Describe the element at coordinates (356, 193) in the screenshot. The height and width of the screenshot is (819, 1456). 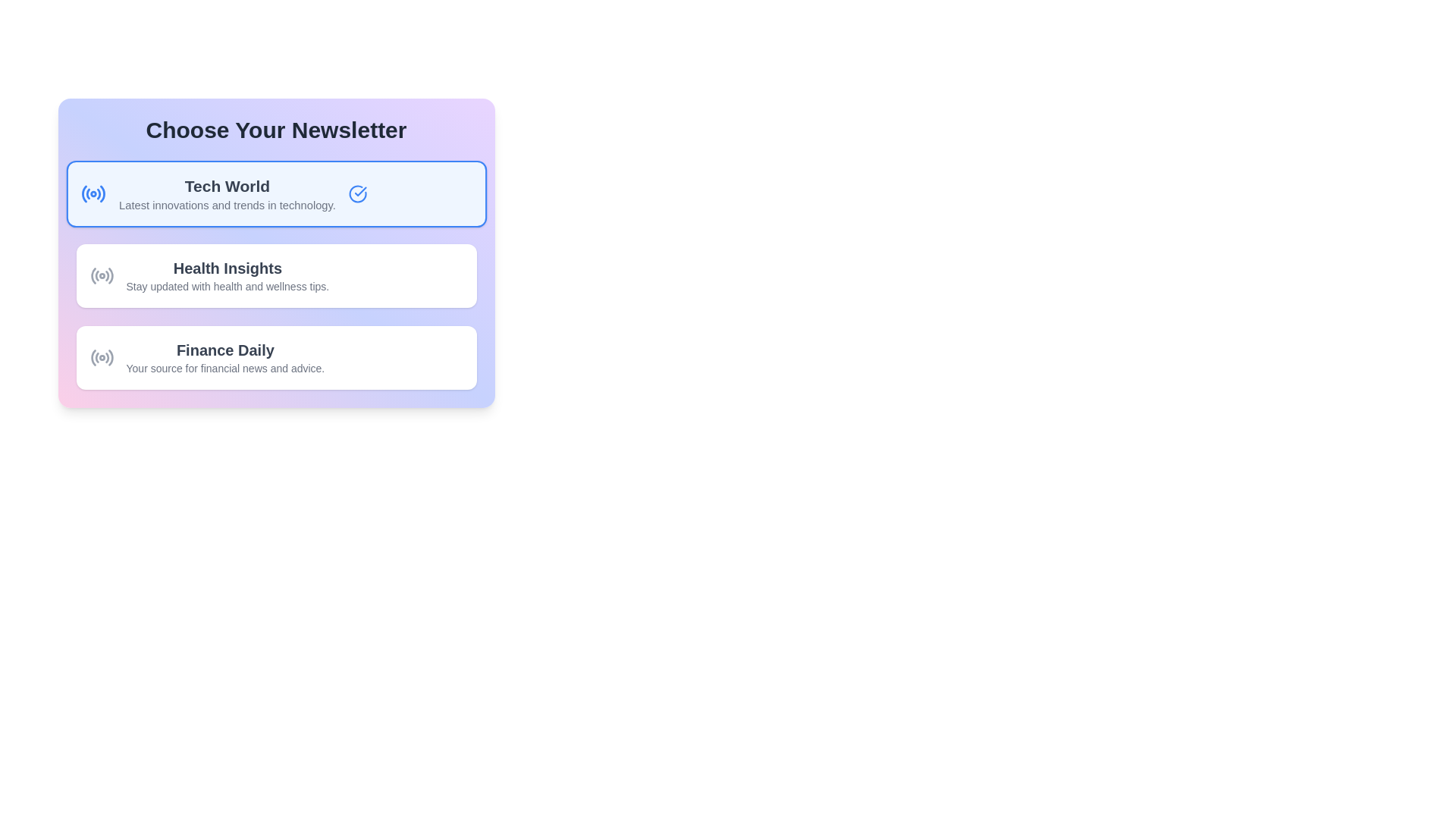
I see `the circular blue check mark icon located in the top right corner of the 'Tech World' section` at that location.